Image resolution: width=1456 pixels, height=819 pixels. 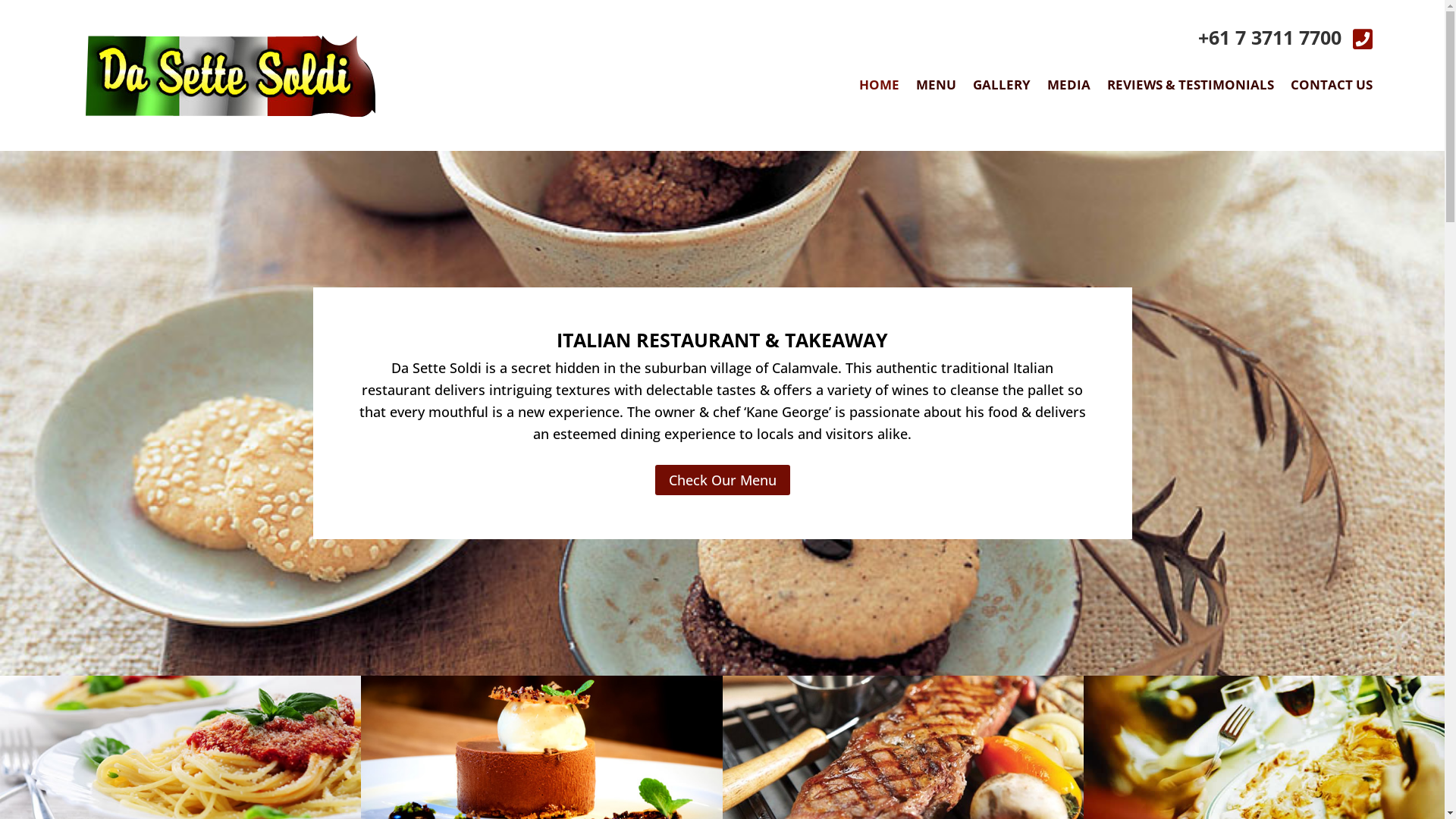 I want to click on 'HOME', so click(x=858, y=87).